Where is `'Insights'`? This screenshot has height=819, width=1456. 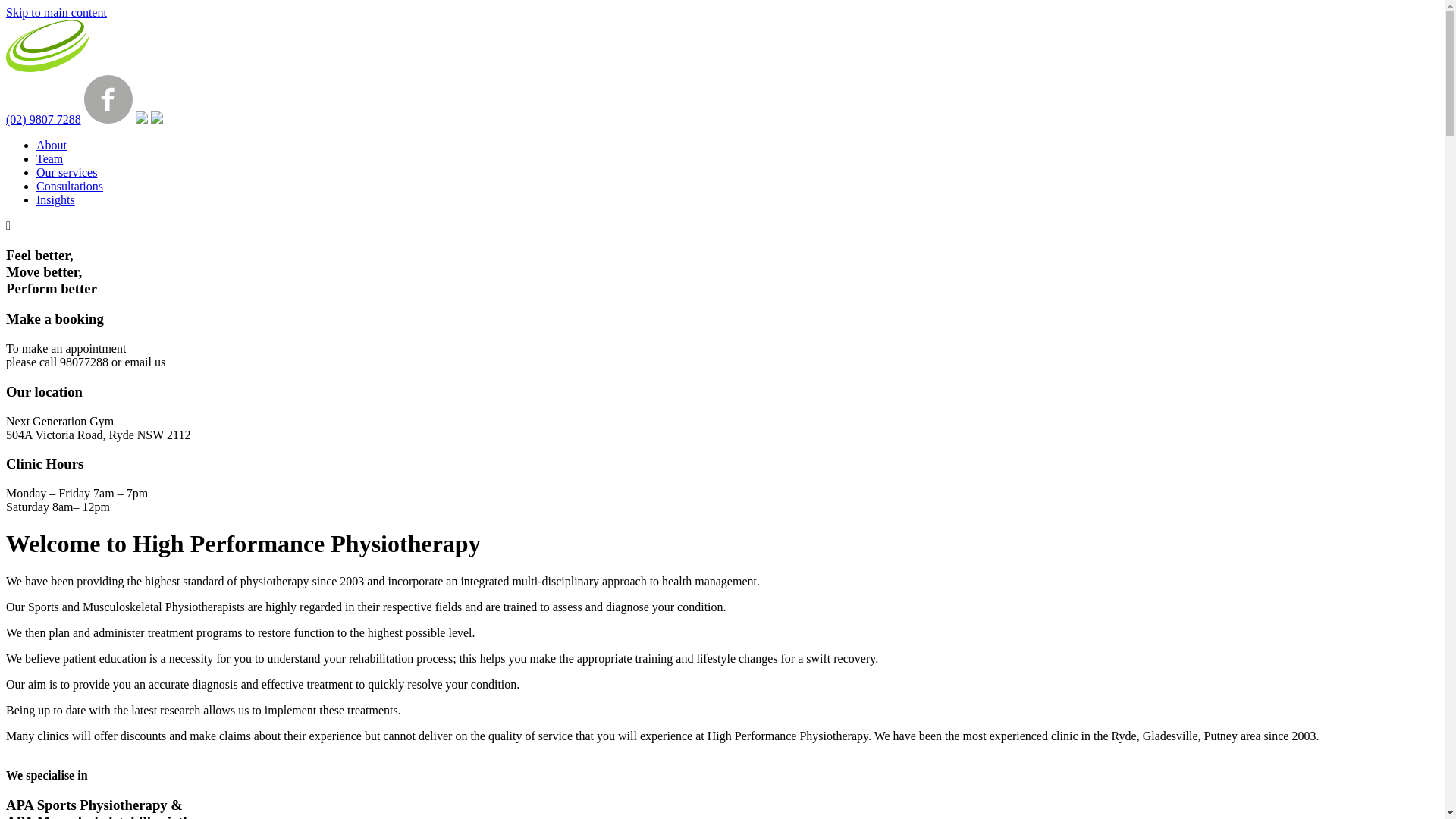
'Insights' is located at coordinates (55, 199).